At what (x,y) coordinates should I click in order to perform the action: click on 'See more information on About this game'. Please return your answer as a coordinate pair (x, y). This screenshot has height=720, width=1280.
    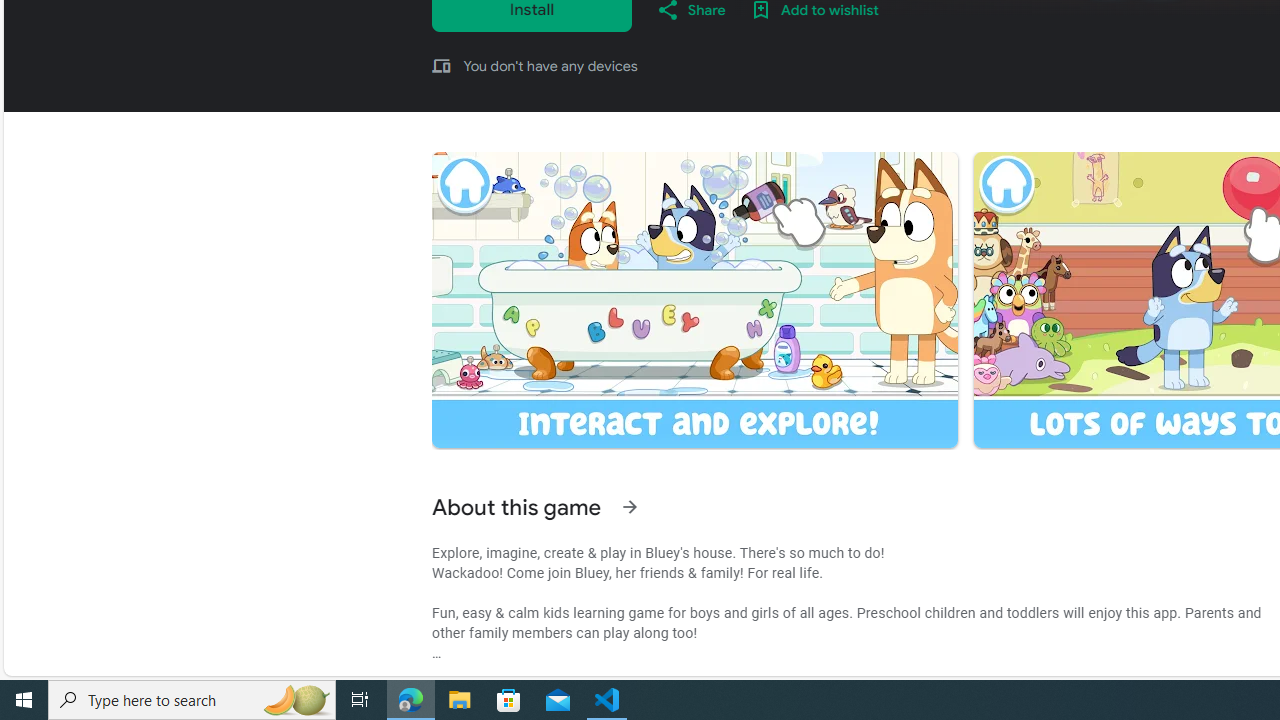
    Looking at the image, I should click on (628, 506).